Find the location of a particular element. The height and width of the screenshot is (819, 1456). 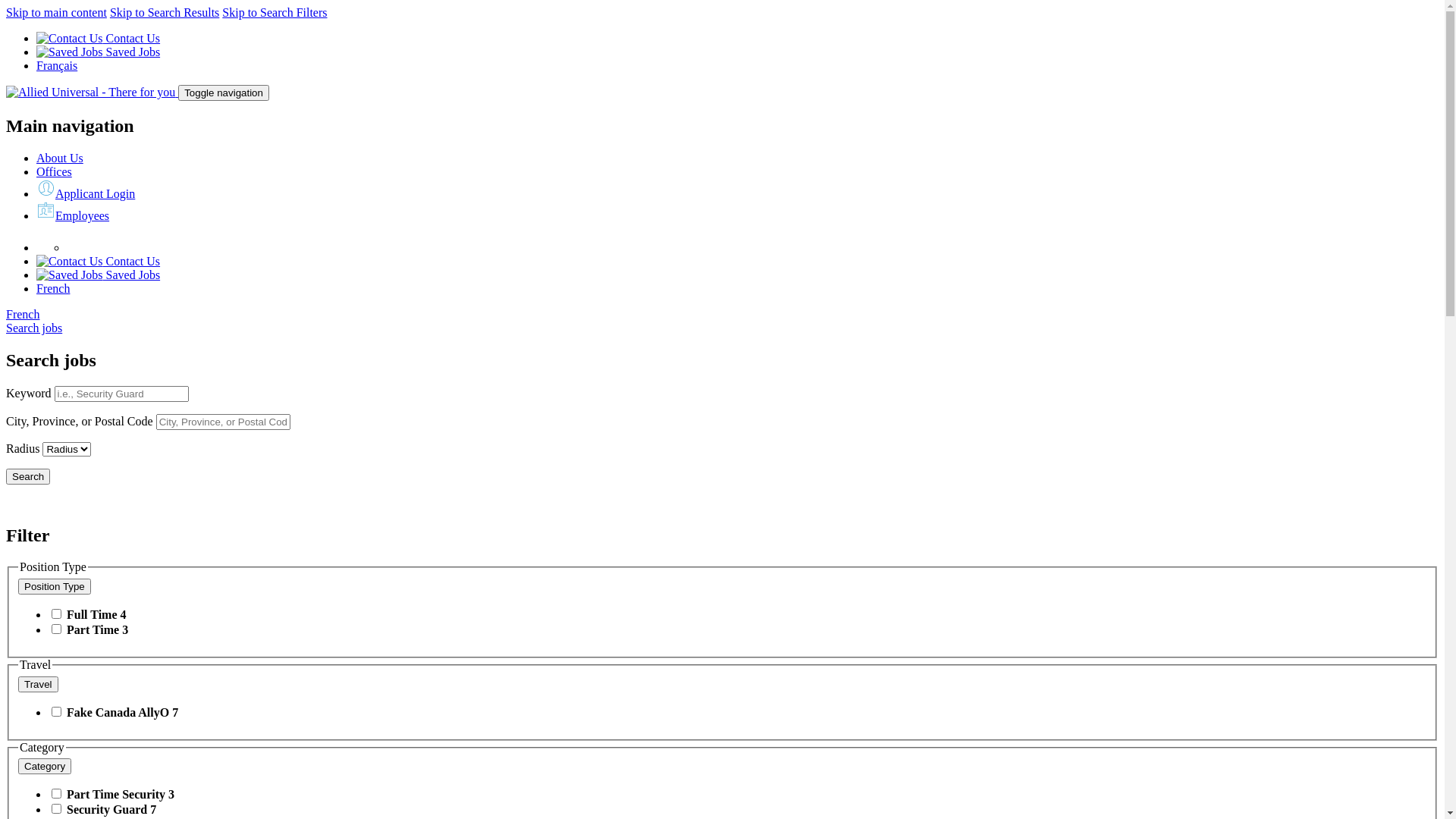

'Applicant Login' is located at coordinates (85, 193).